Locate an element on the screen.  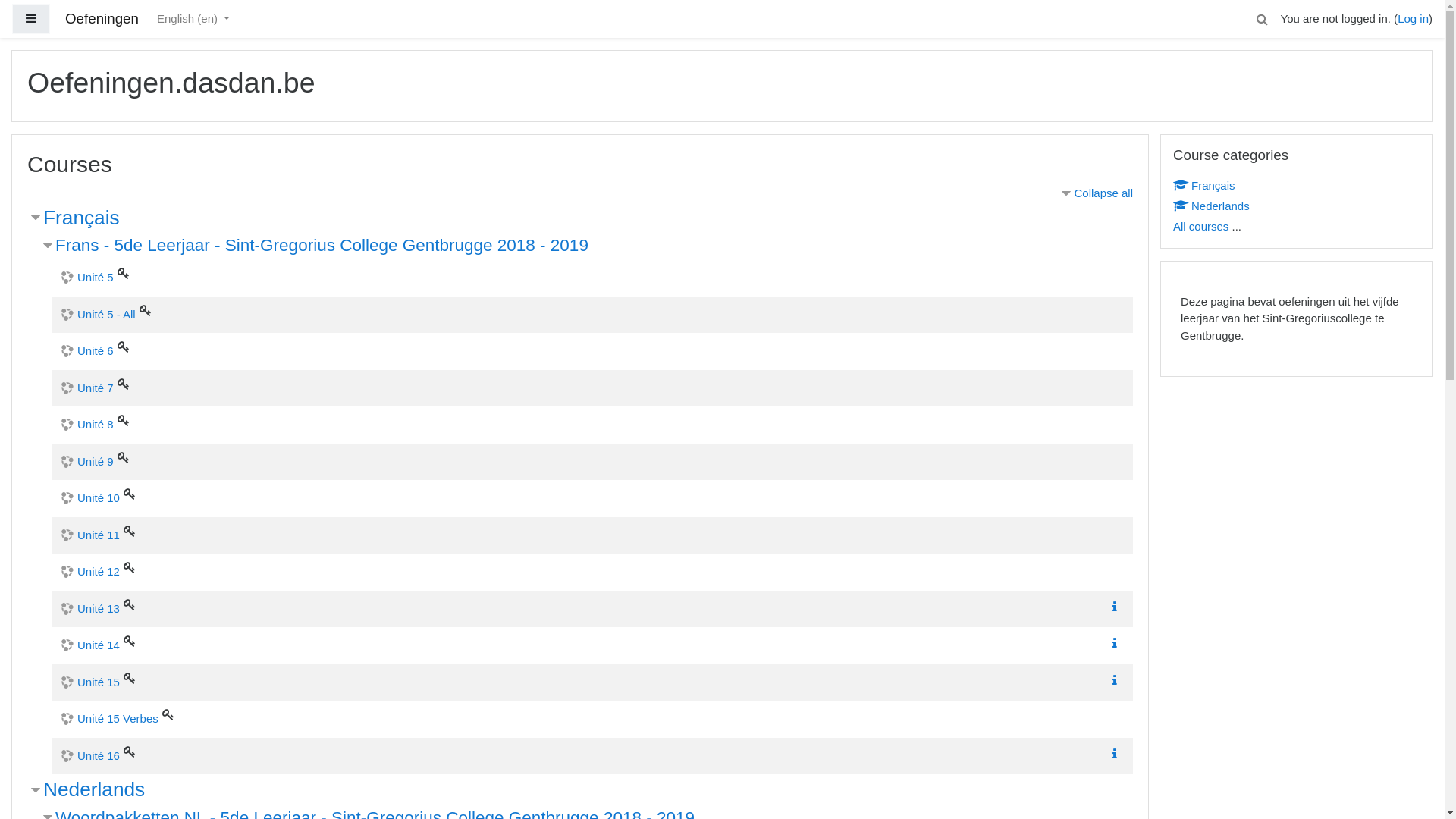
'English (en)' is located at coordinates (192, 19).